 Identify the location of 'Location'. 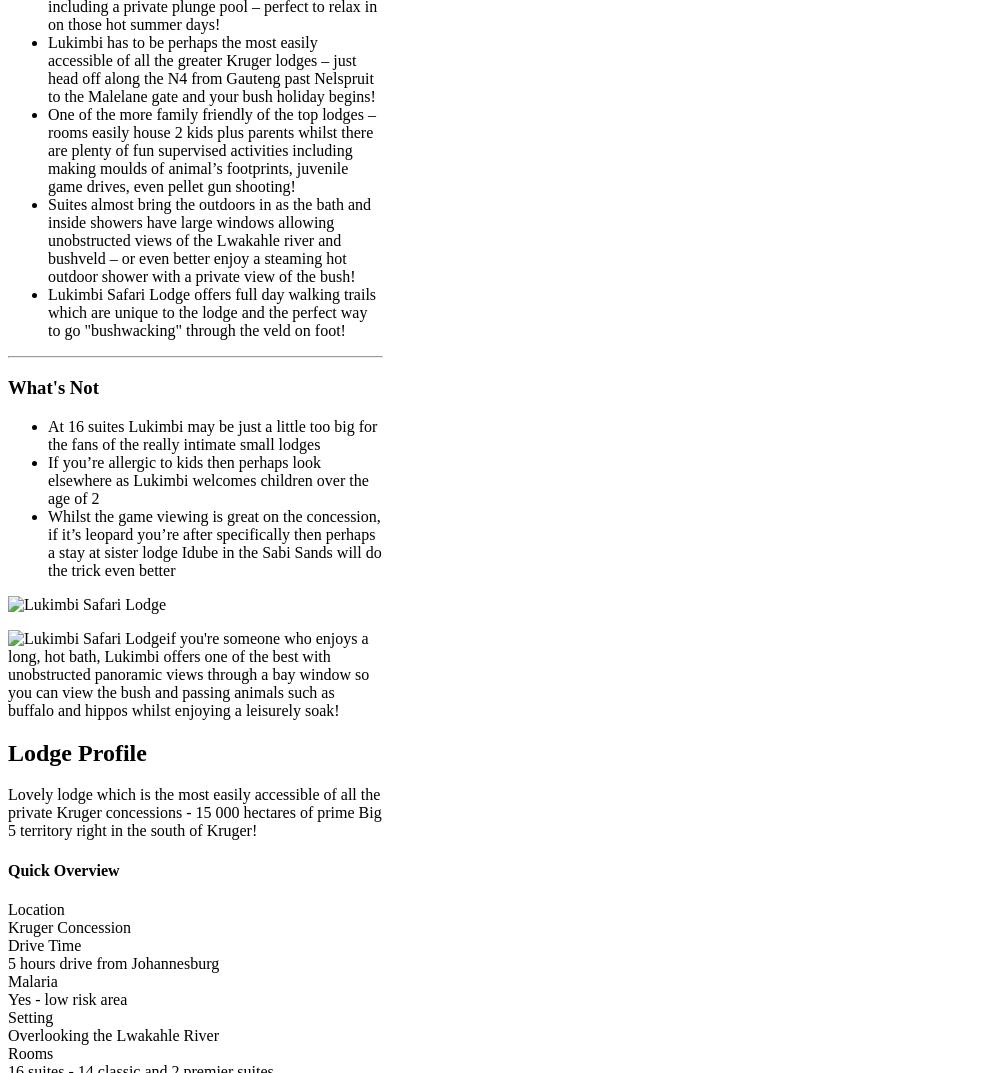
(36, 909).